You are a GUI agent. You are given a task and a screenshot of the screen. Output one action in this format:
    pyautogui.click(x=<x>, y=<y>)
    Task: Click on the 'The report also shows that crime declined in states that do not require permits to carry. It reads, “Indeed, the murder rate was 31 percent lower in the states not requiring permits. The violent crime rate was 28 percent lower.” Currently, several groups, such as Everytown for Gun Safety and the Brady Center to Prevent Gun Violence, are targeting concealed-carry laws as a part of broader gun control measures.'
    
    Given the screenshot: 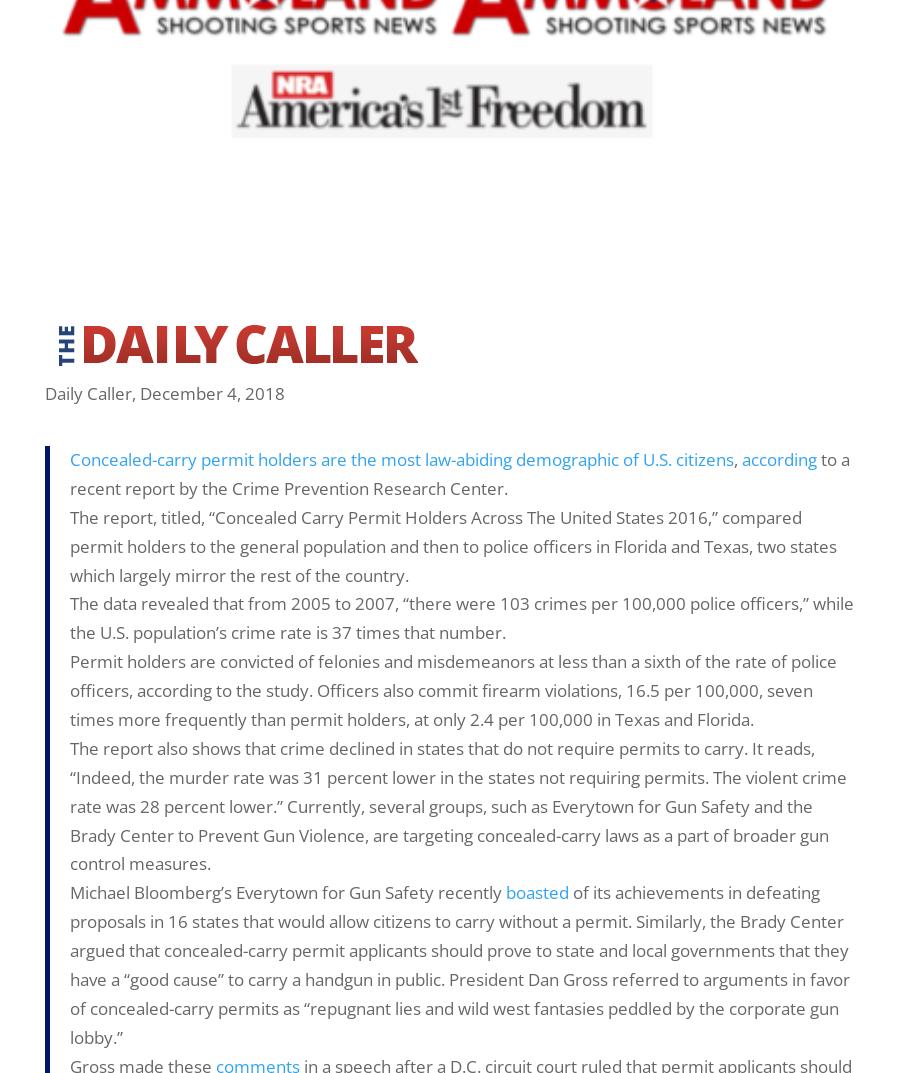 What is the action you would take?
    pyautogui.click(x=457, y=805)
    